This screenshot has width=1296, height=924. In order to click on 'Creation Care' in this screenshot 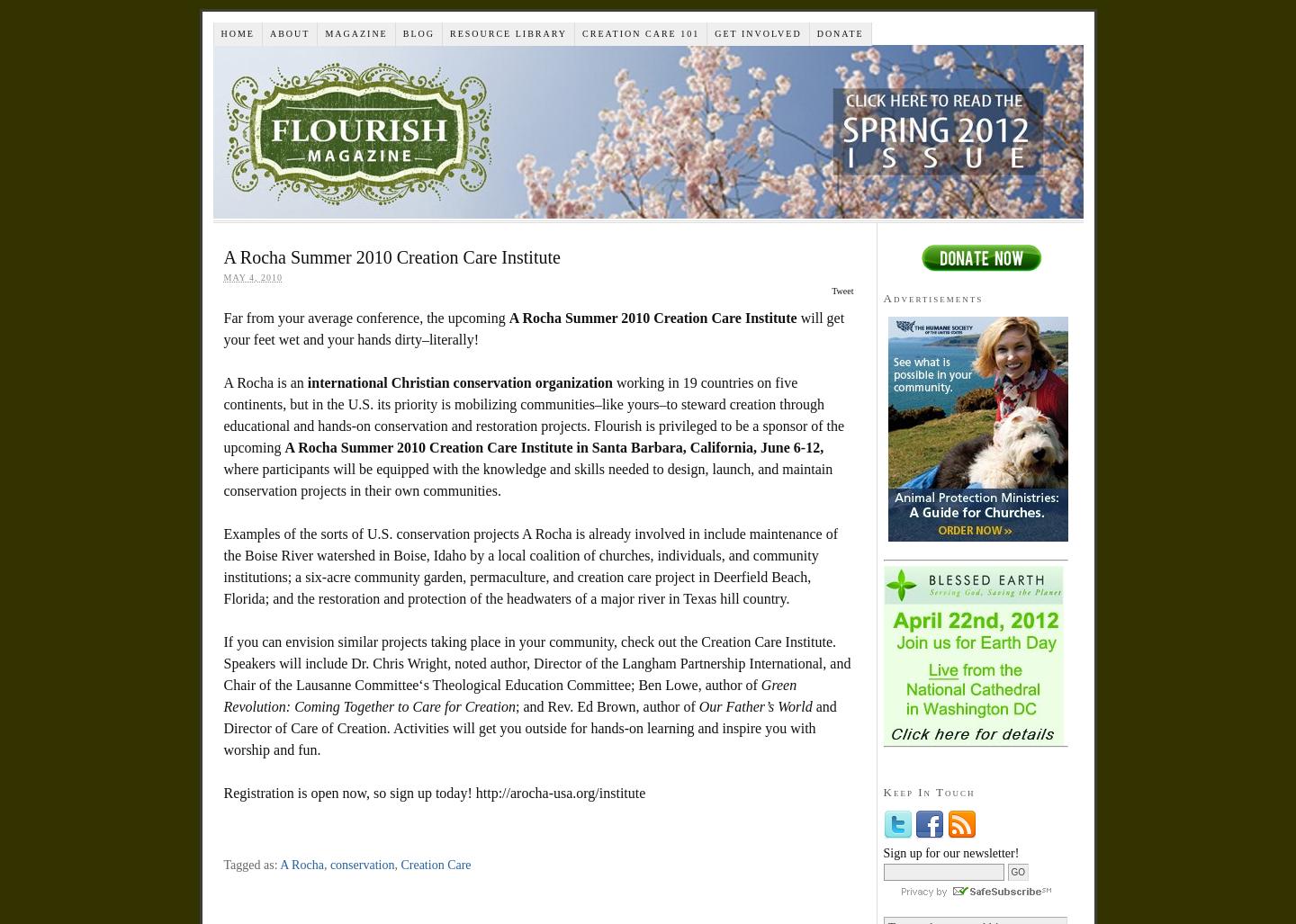, I will do `click(434, 865)`.